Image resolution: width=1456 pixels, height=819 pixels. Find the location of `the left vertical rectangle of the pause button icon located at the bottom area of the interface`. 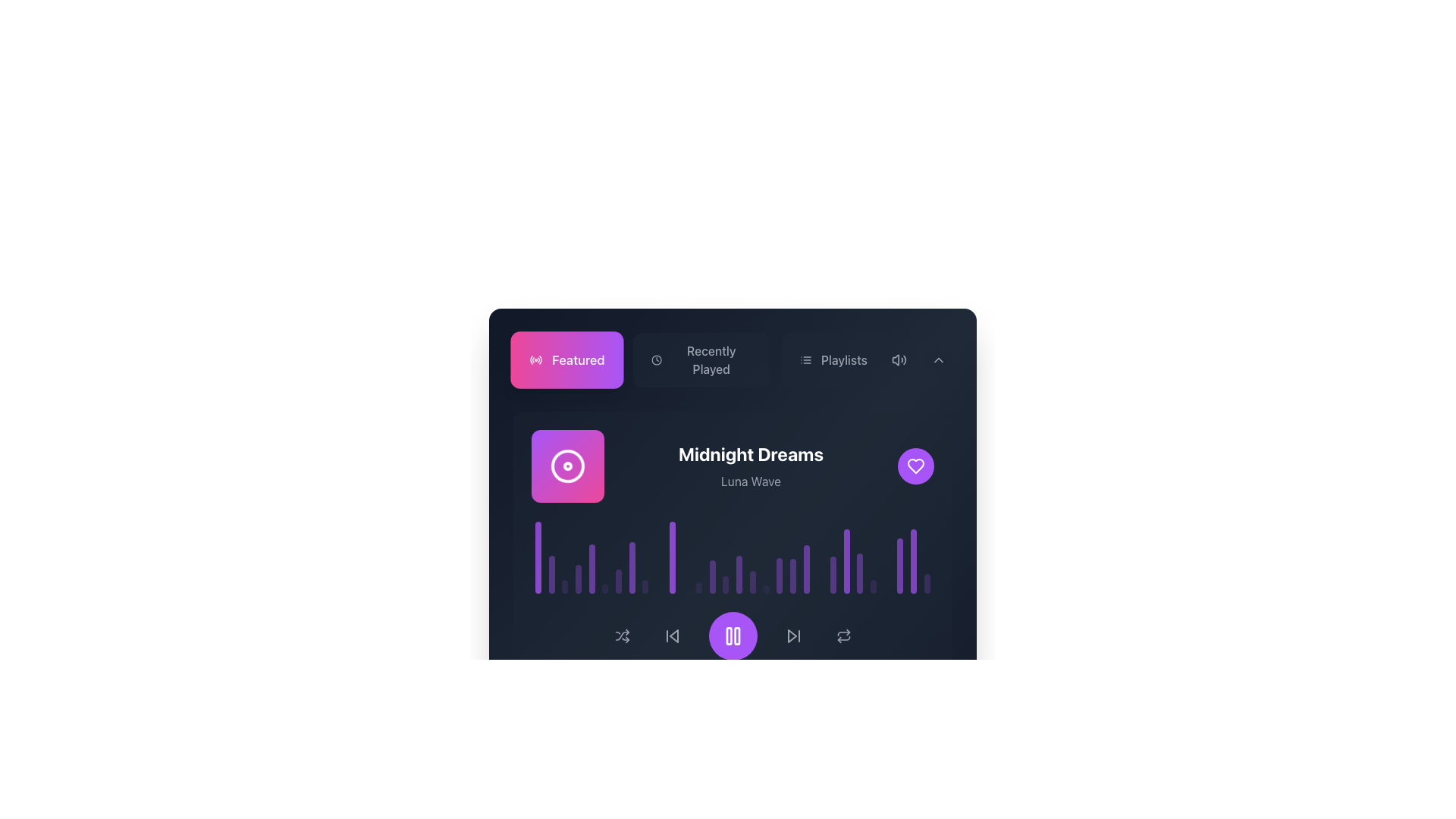

the left vertical rectangle of the pause button icon located at the bottom area of the interface is located at coordinates (729, 636).